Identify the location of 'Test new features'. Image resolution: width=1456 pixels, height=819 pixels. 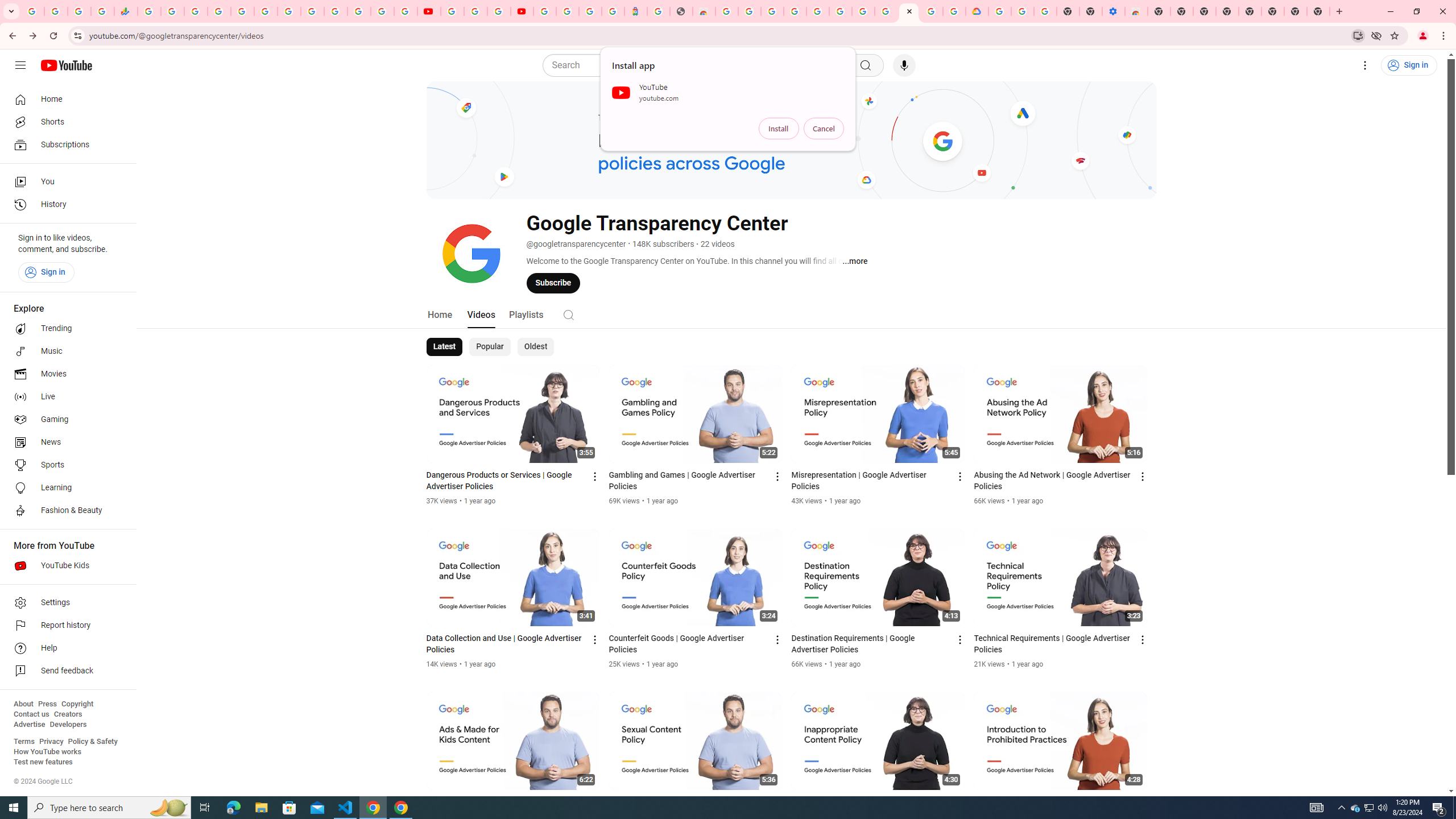
(42, 761).